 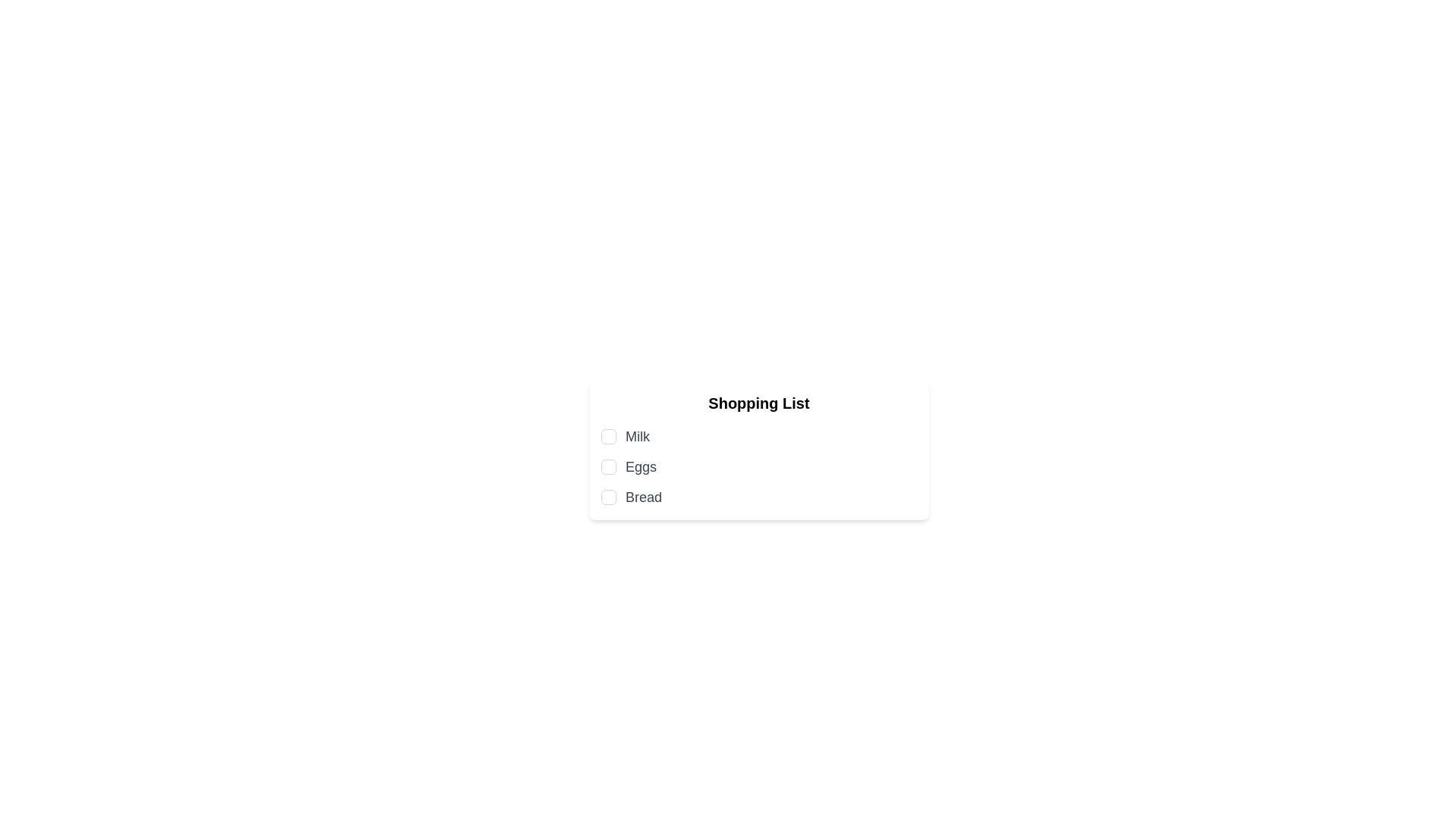 What do you see at coordinates (608, 497) in the screenshot?
I see `the checkbox element associated with 'Bread'` at bounding box center [608, 497].